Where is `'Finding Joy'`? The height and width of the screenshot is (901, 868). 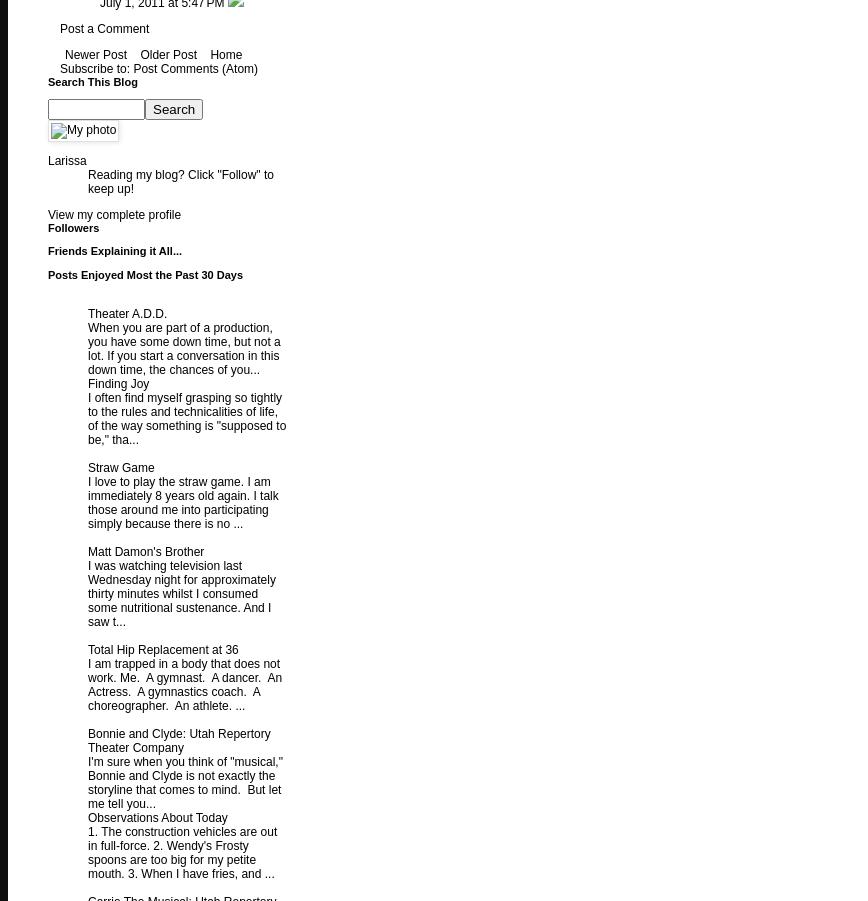 'Finding Joy' is located at coordinates (118, 383).